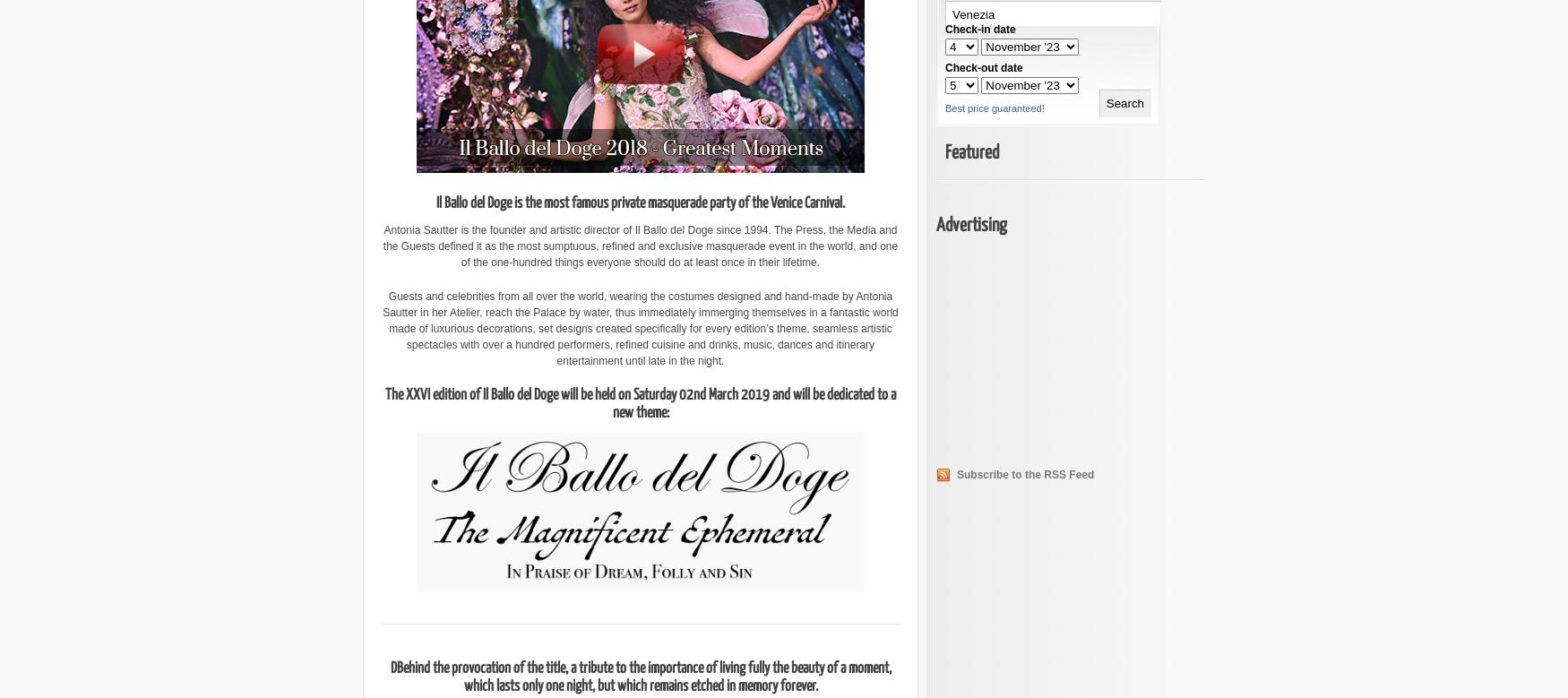 The width and height of the screenshot is (1568, 698). I want to click on 'Saturday 02nd March 2019', so click(700, 394).